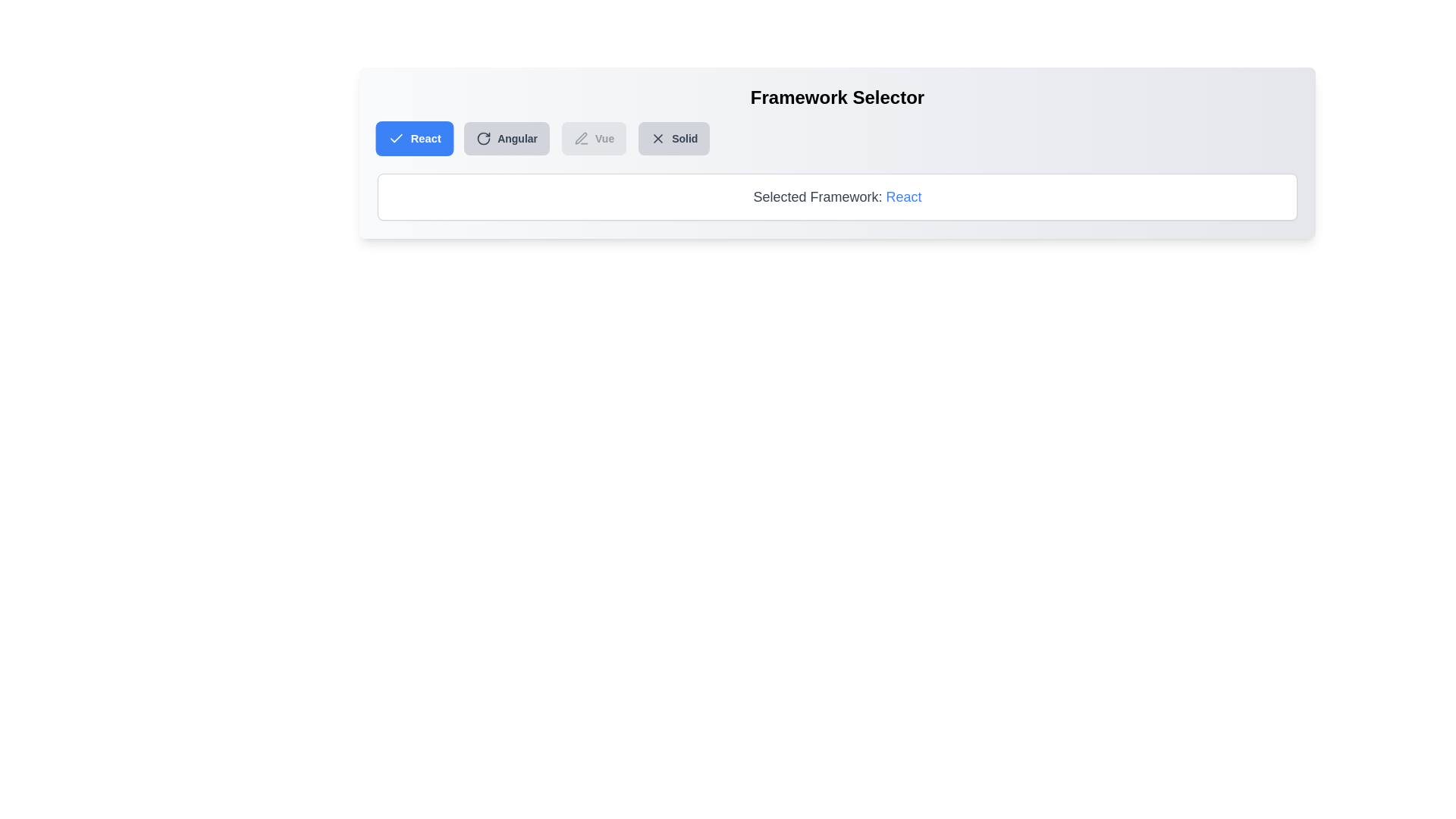 Image resolution: width=1456 pixels, height=819 pixels. Describe the element at coordinates (903, 196) in the screenshot. I see `the text element displaying the currently selected framework, which indicates 'React' in the phrase 'Selected Framework: React'` at that location.